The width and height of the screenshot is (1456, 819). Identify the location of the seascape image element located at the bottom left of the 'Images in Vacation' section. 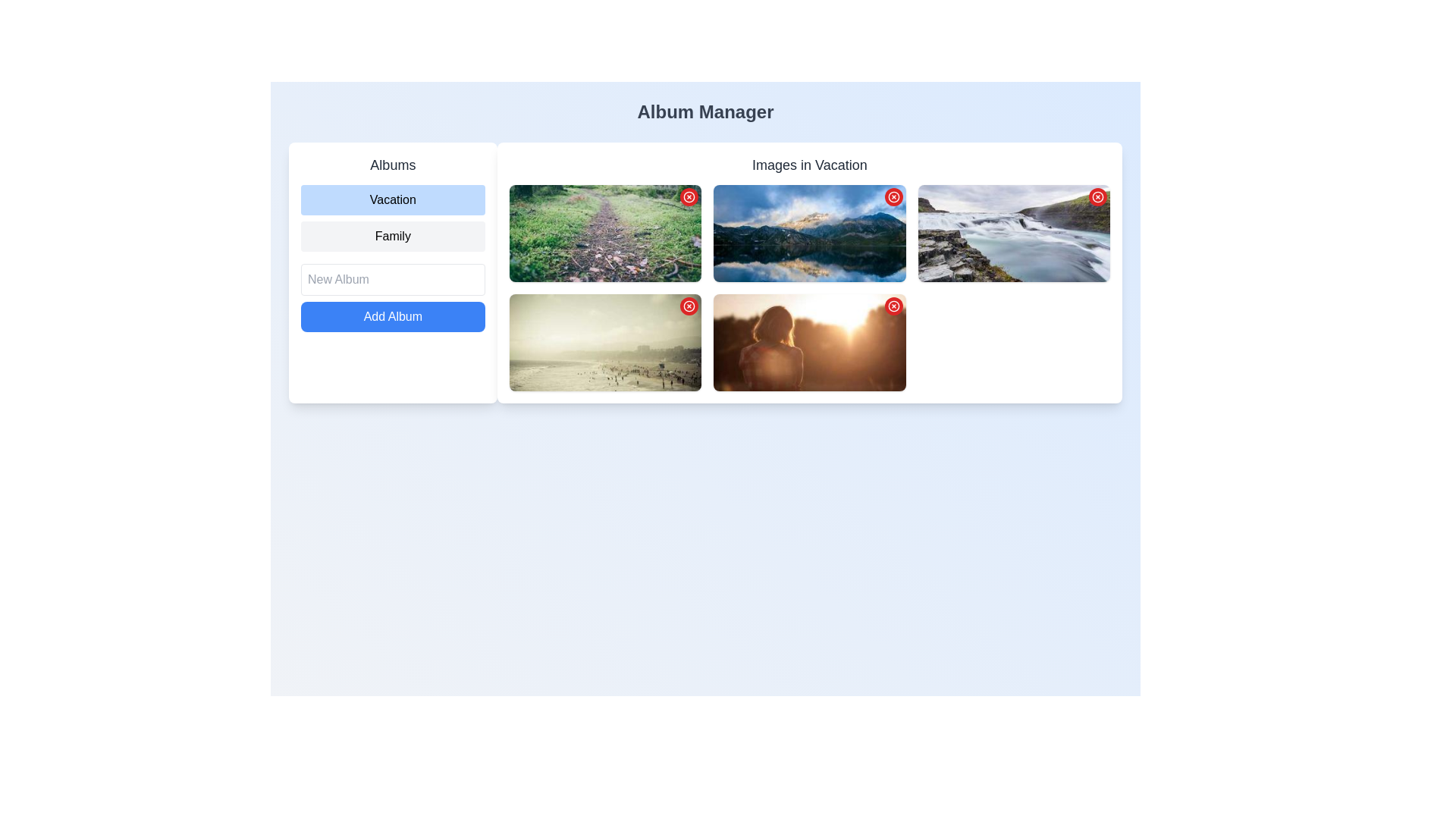
(604, 342).